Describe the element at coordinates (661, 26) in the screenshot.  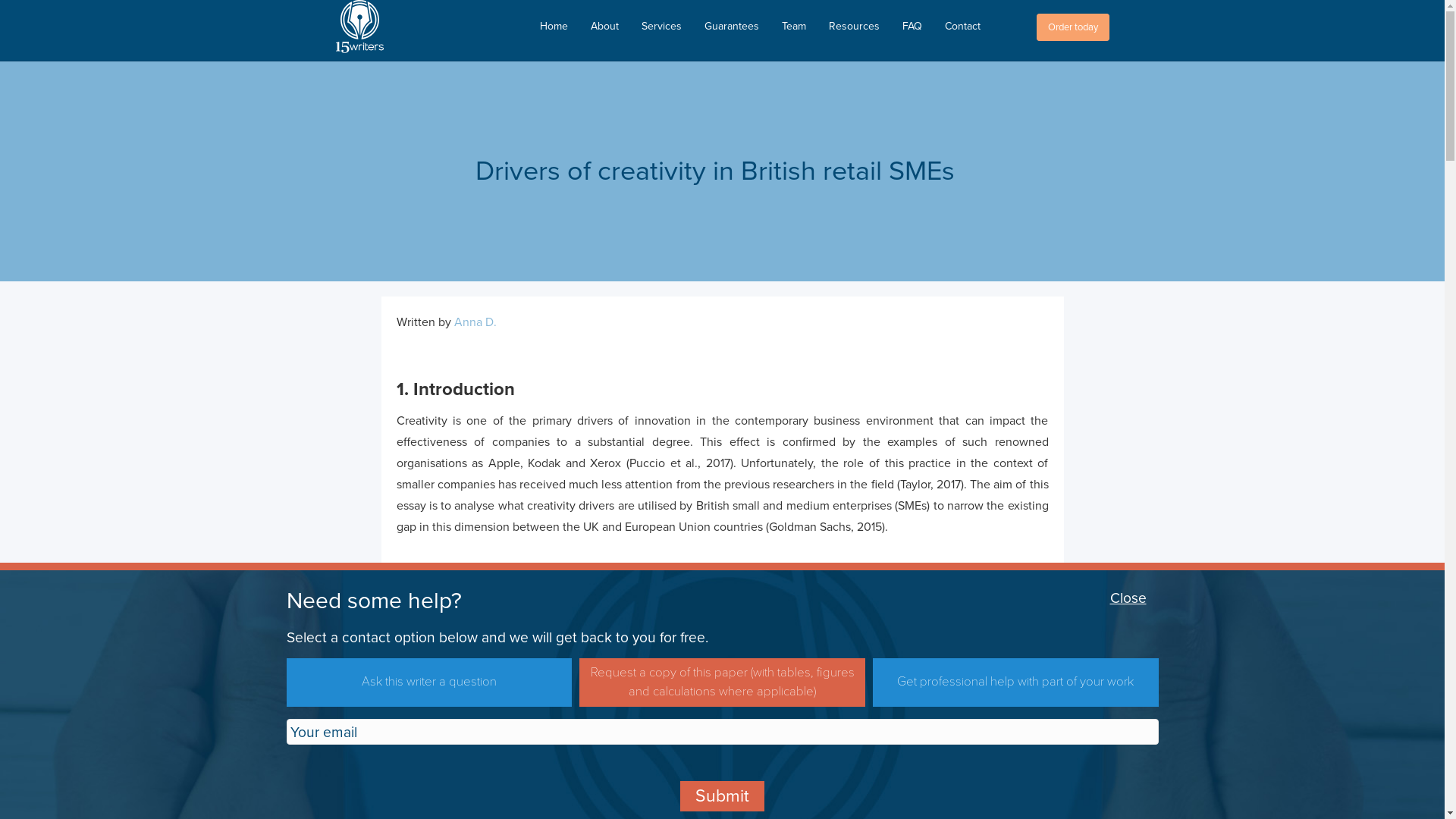
I see `'Services'` at that location.